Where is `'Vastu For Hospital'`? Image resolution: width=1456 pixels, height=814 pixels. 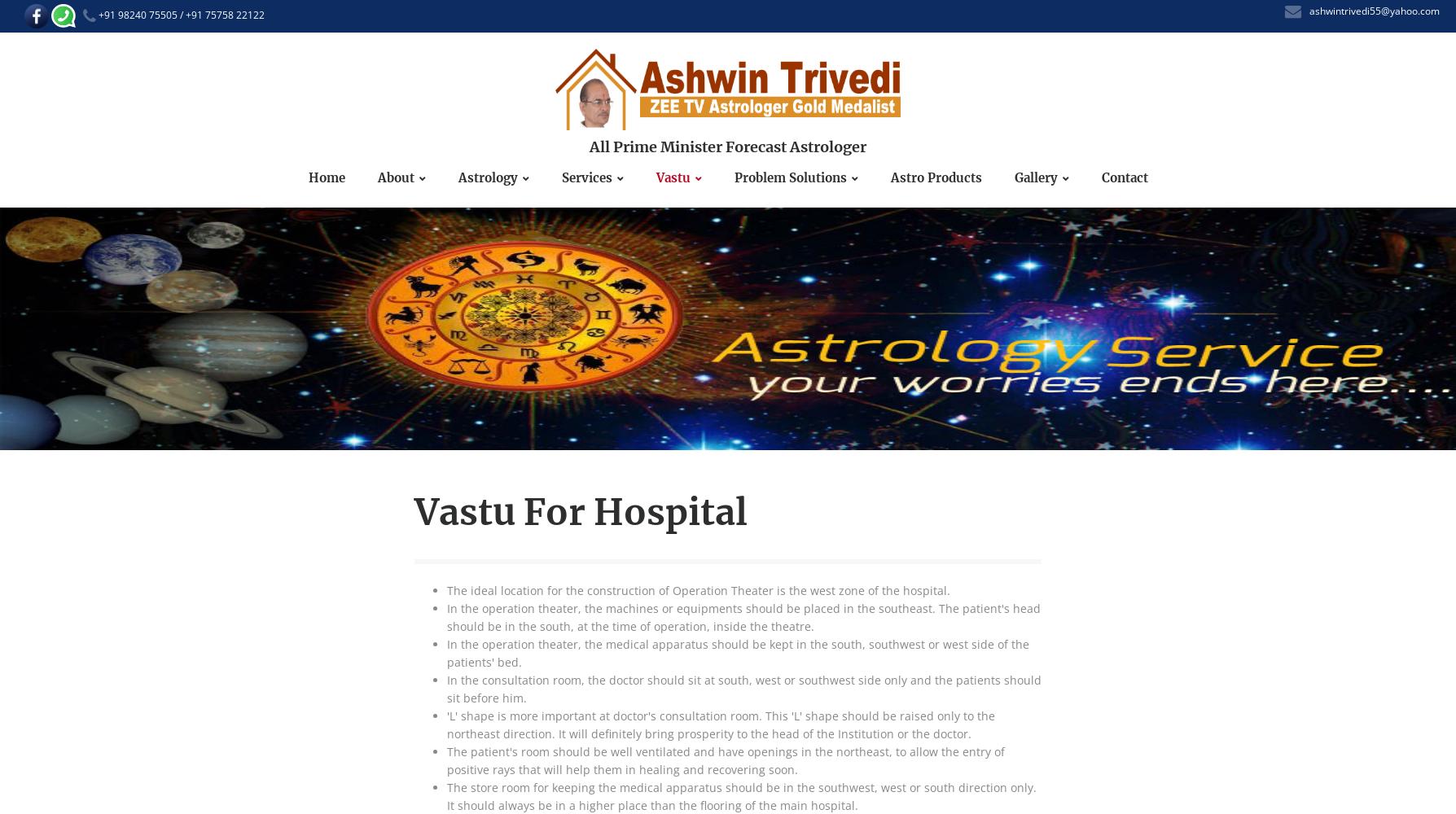 'Vastu For Hospital' is located at coordinates (414, 512).